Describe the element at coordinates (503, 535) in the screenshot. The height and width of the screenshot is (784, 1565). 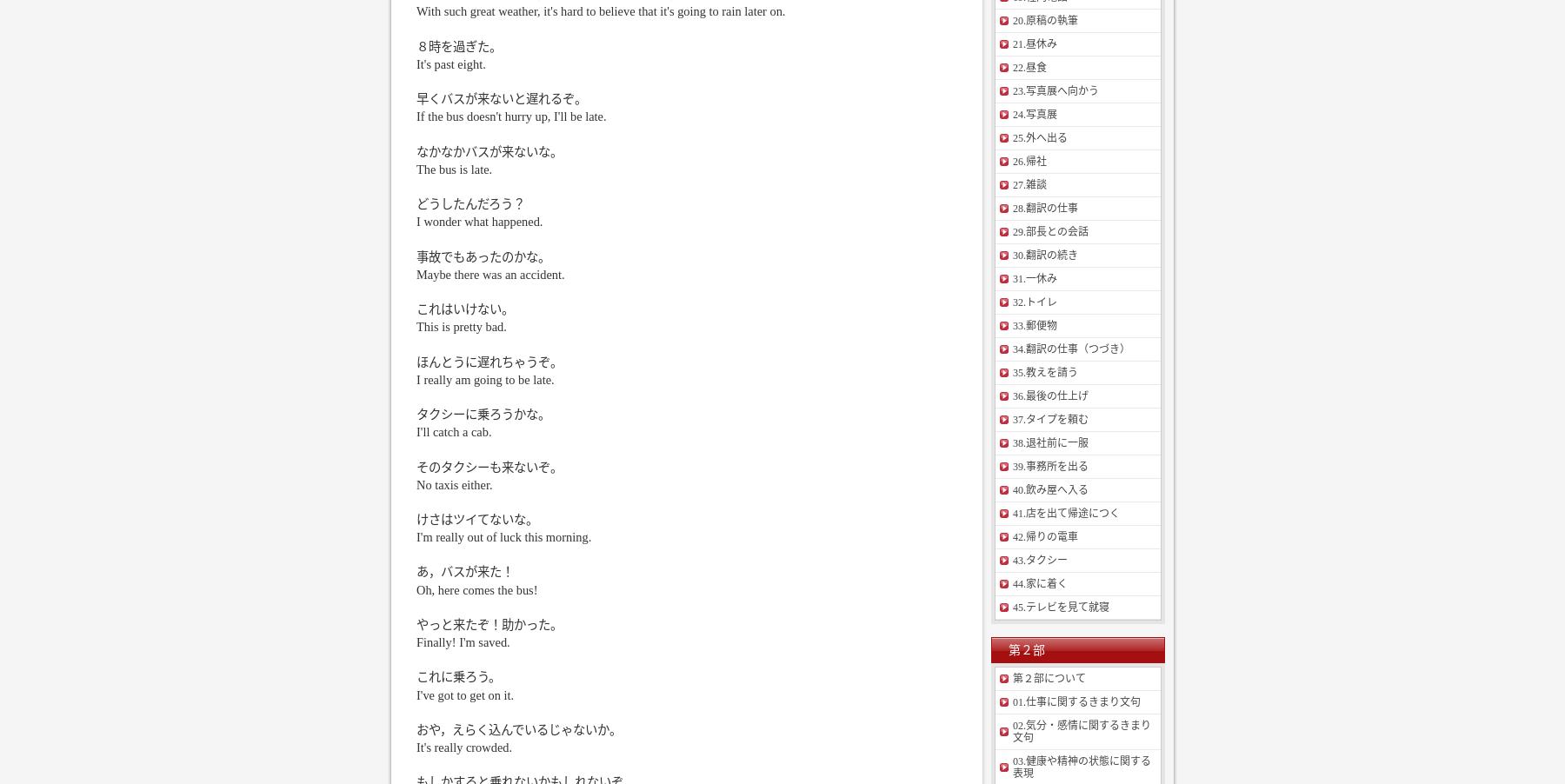
I see `'I'm really out of luck this morning.'` at that location.